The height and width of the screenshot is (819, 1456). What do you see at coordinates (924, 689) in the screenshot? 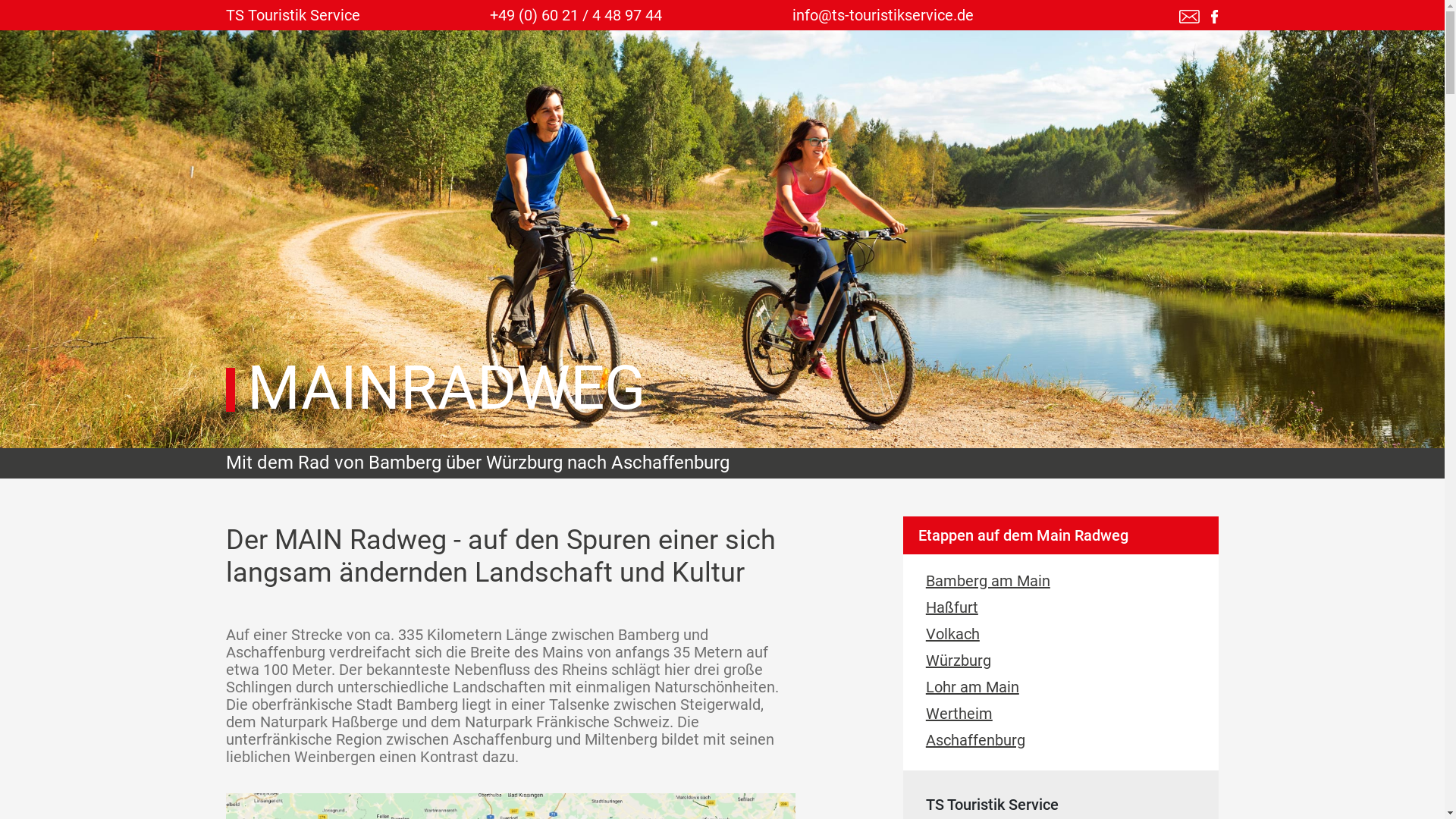
I see `'Lohr am Main'` at bounding box center [924, 689].